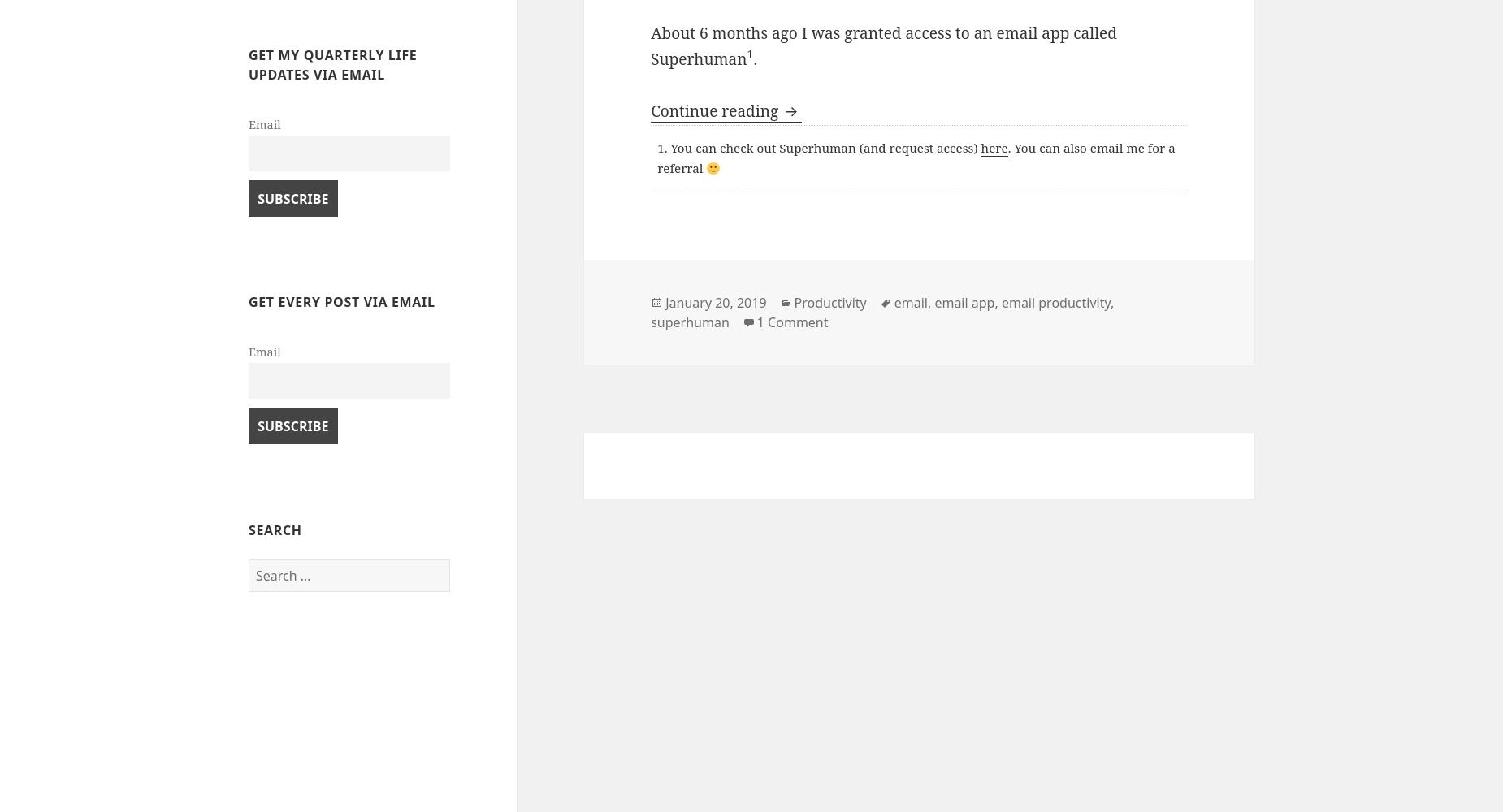  I want to click on 'email app', so click(933, 301).